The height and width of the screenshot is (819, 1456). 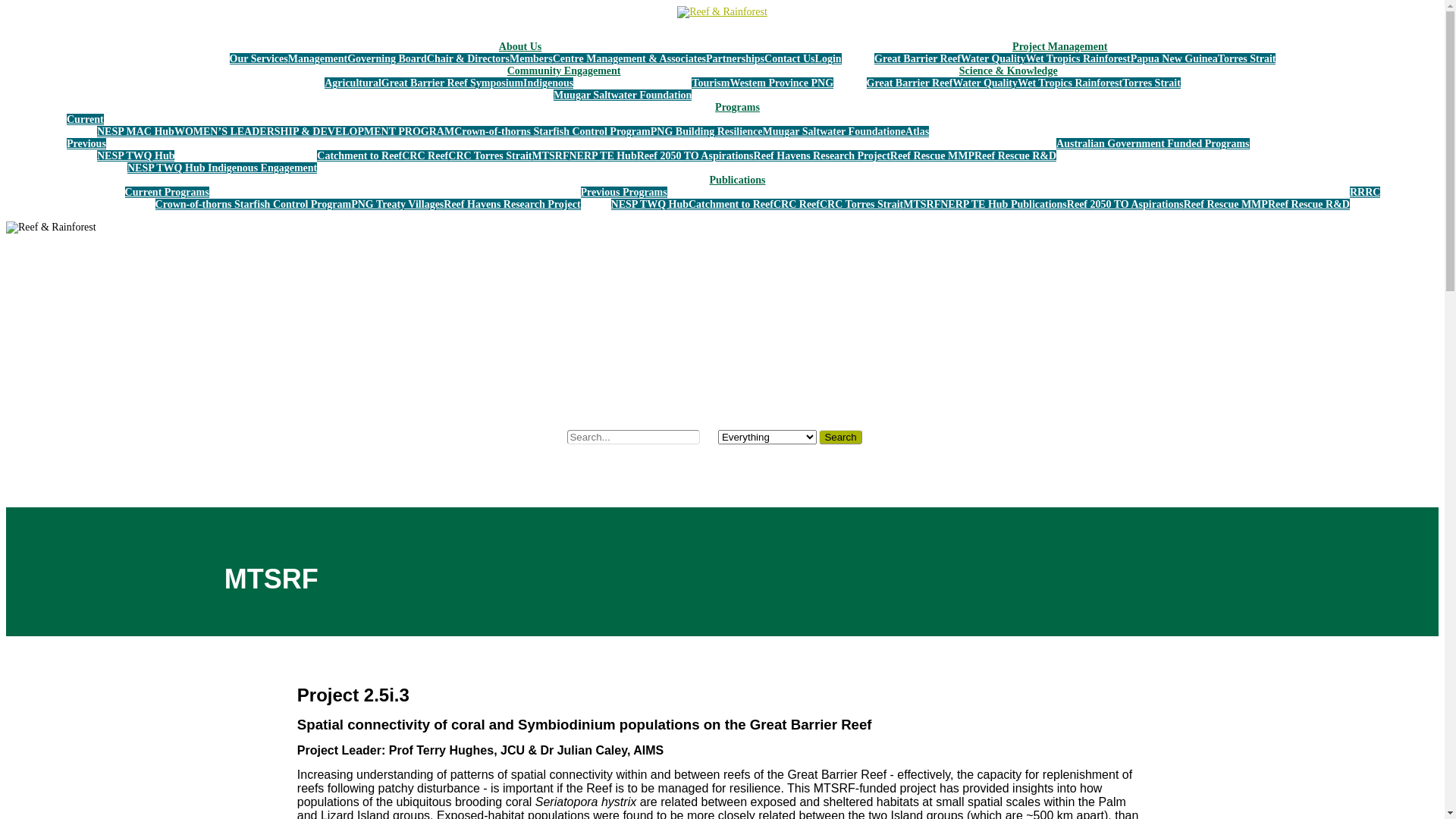 What do you see at coordinates (731, 203) in the screenshot?
I see `'Catchment to Reef'` at bounding box center [731, 203].